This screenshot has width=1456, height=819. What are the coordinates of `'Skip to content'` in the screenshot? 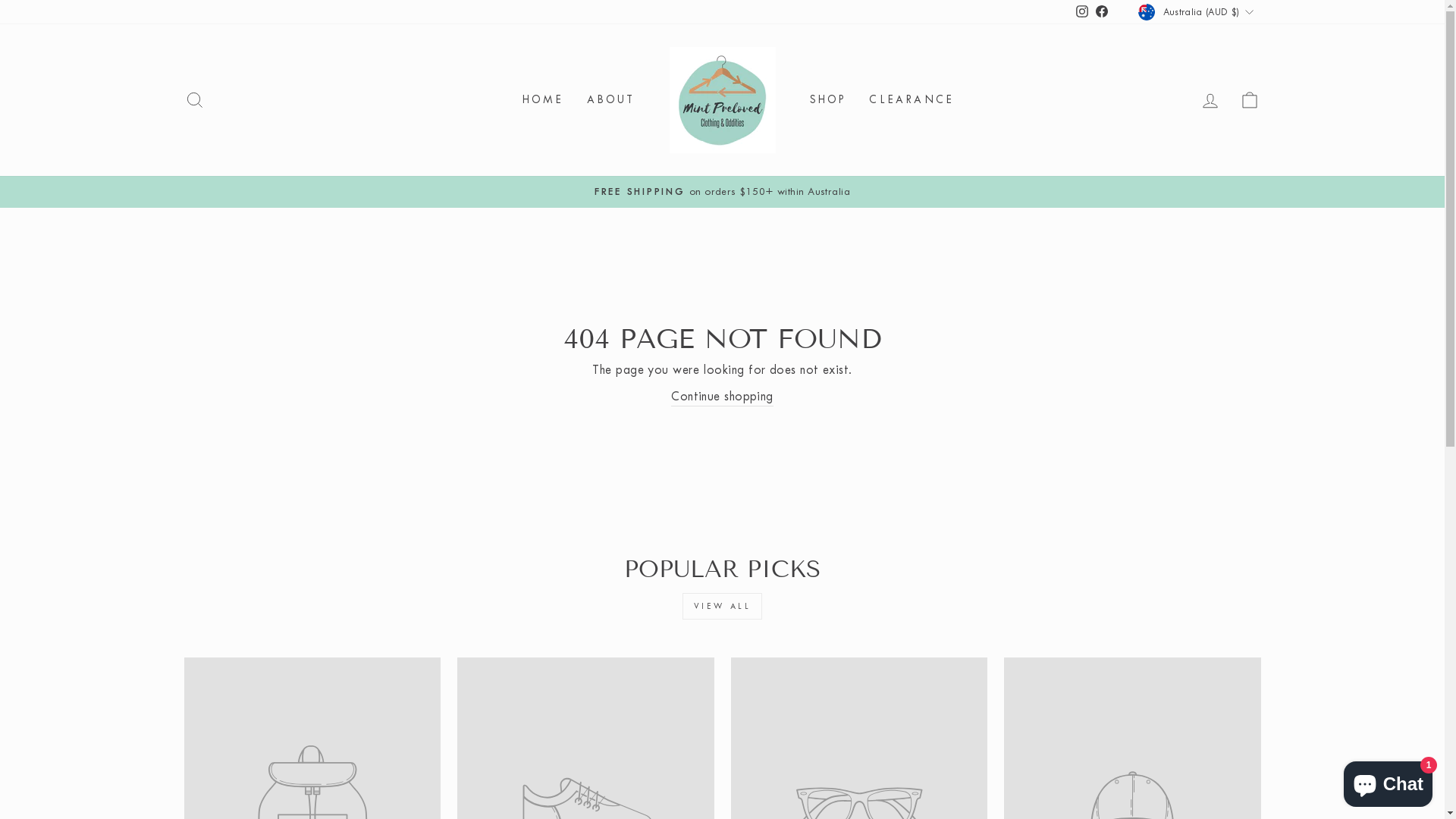 It's located at (0, 0).